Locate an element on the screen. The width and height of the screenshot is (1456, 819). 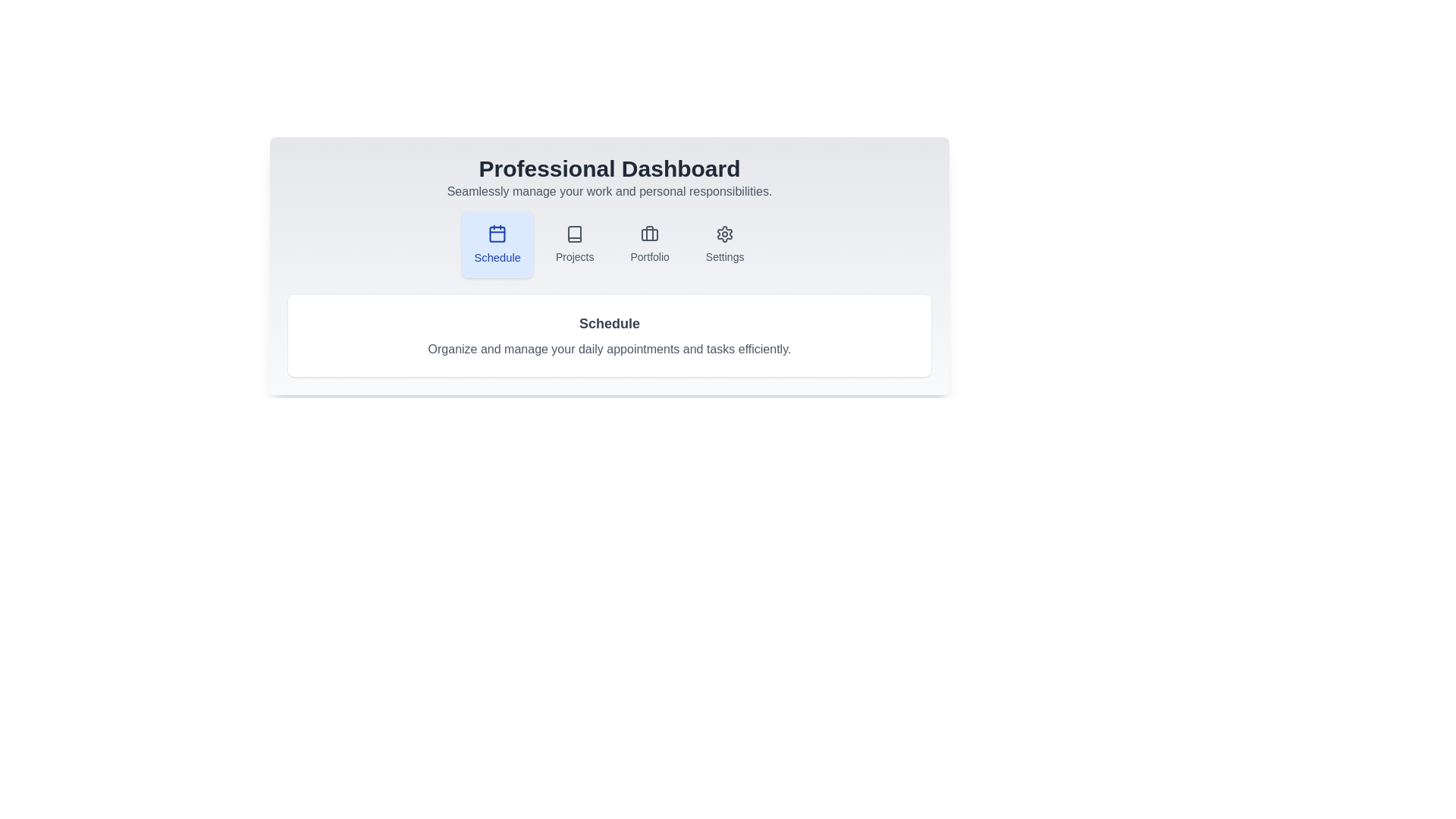
the Portfolio tab to navigate to its content is located at coordinates (650, 244).